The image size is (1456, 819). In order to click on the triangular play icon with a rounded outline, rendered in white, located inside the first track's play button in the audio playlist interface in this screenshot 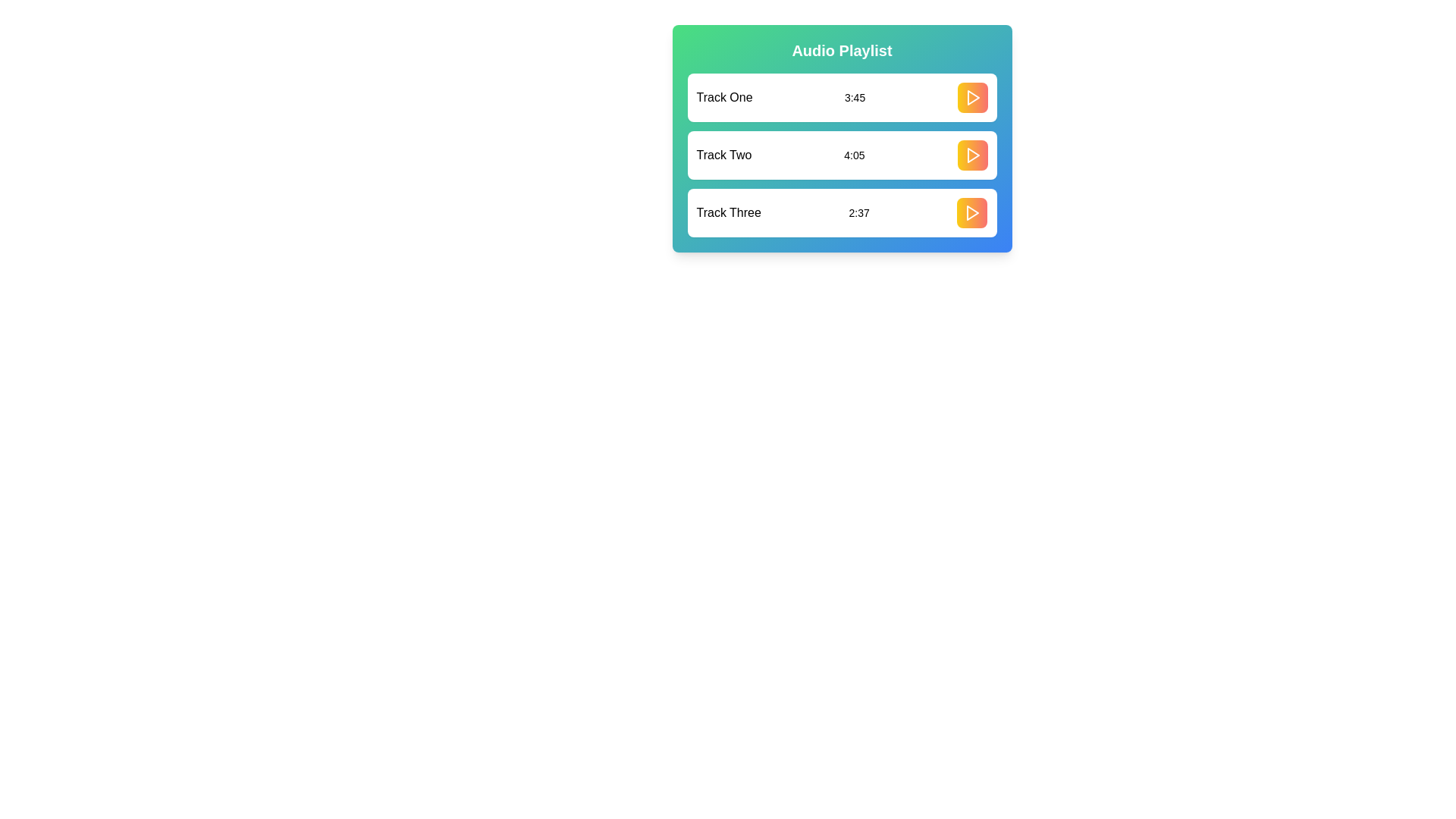, I will do `click(972, 97)`.